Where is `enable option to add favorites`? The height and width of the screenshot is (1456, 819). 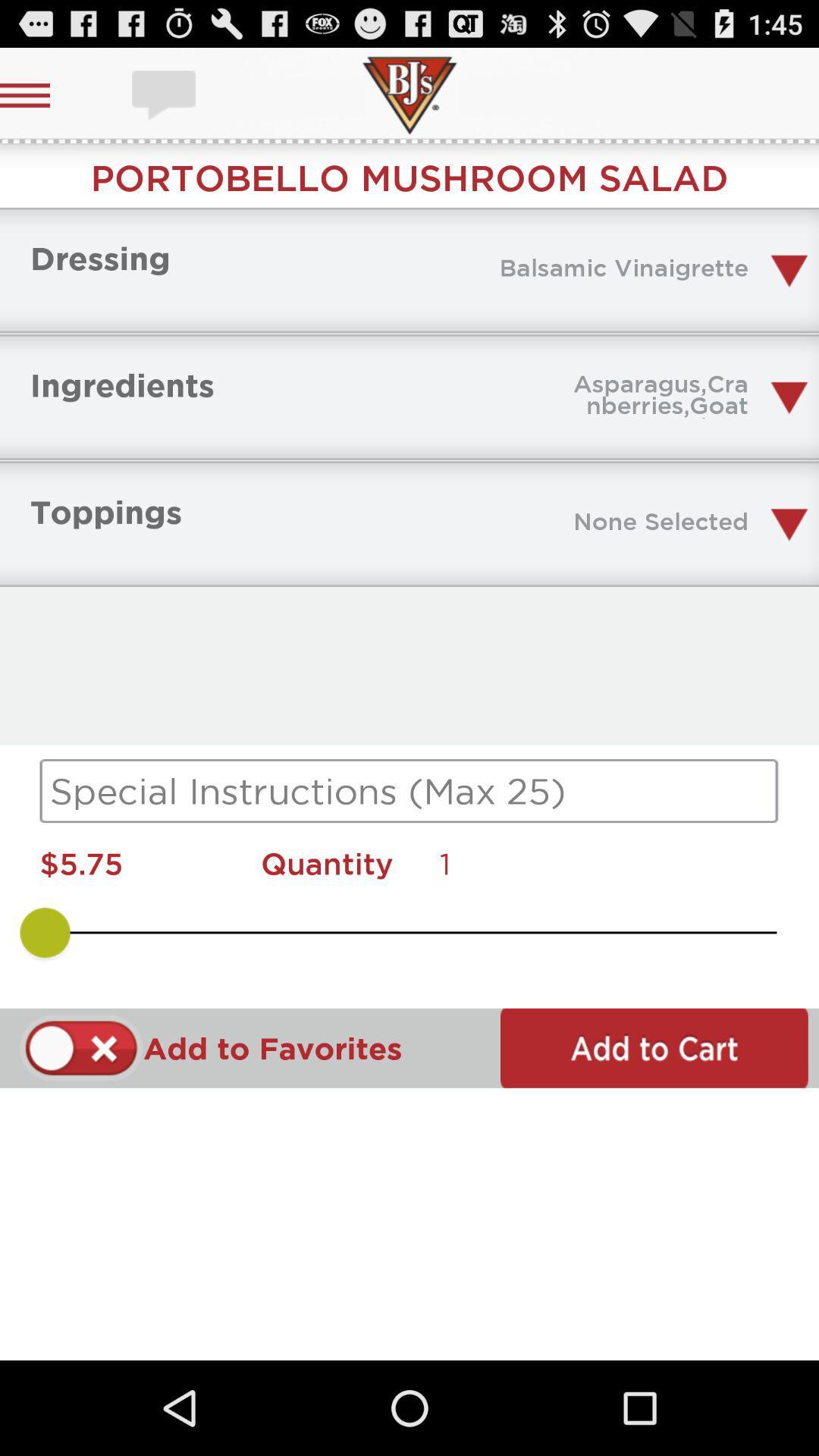 enable option to add favorites is located at coordinates (81, 1047).